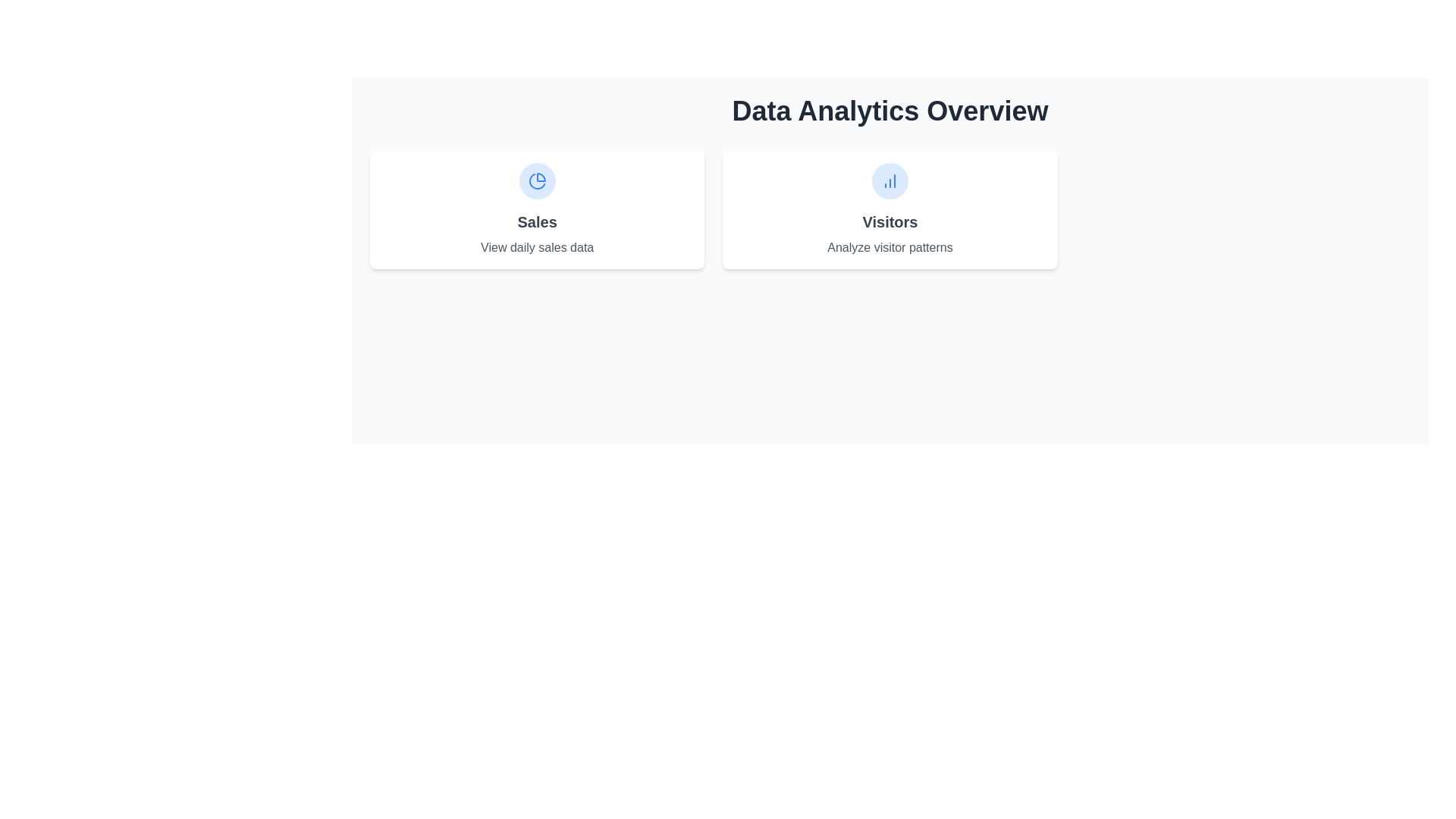 Image resolution: width=1456 pixels, height=819 pixels. I want to click on static text element that contains 'View daily sales data', which is styled in a smaller and lighter gray font, positioned below the bolded title 'Sales' within a white card, so click(537, 247).